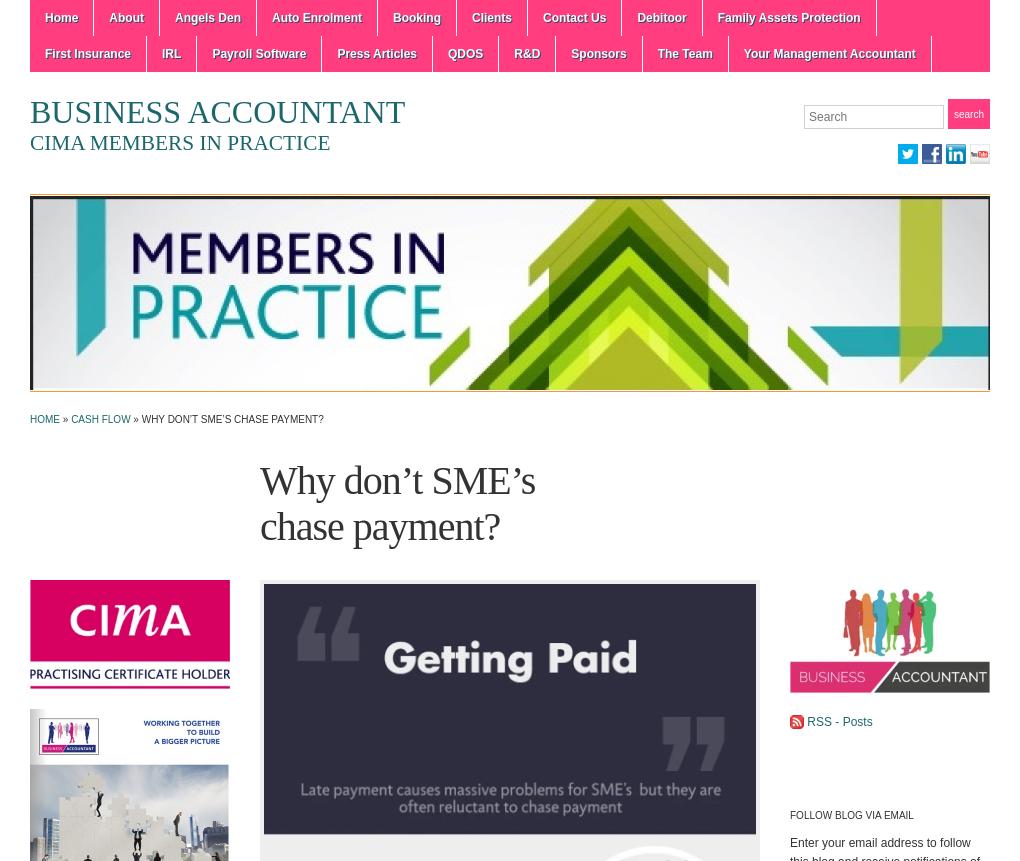  I want to click on 'IRL', so click(161, 53).